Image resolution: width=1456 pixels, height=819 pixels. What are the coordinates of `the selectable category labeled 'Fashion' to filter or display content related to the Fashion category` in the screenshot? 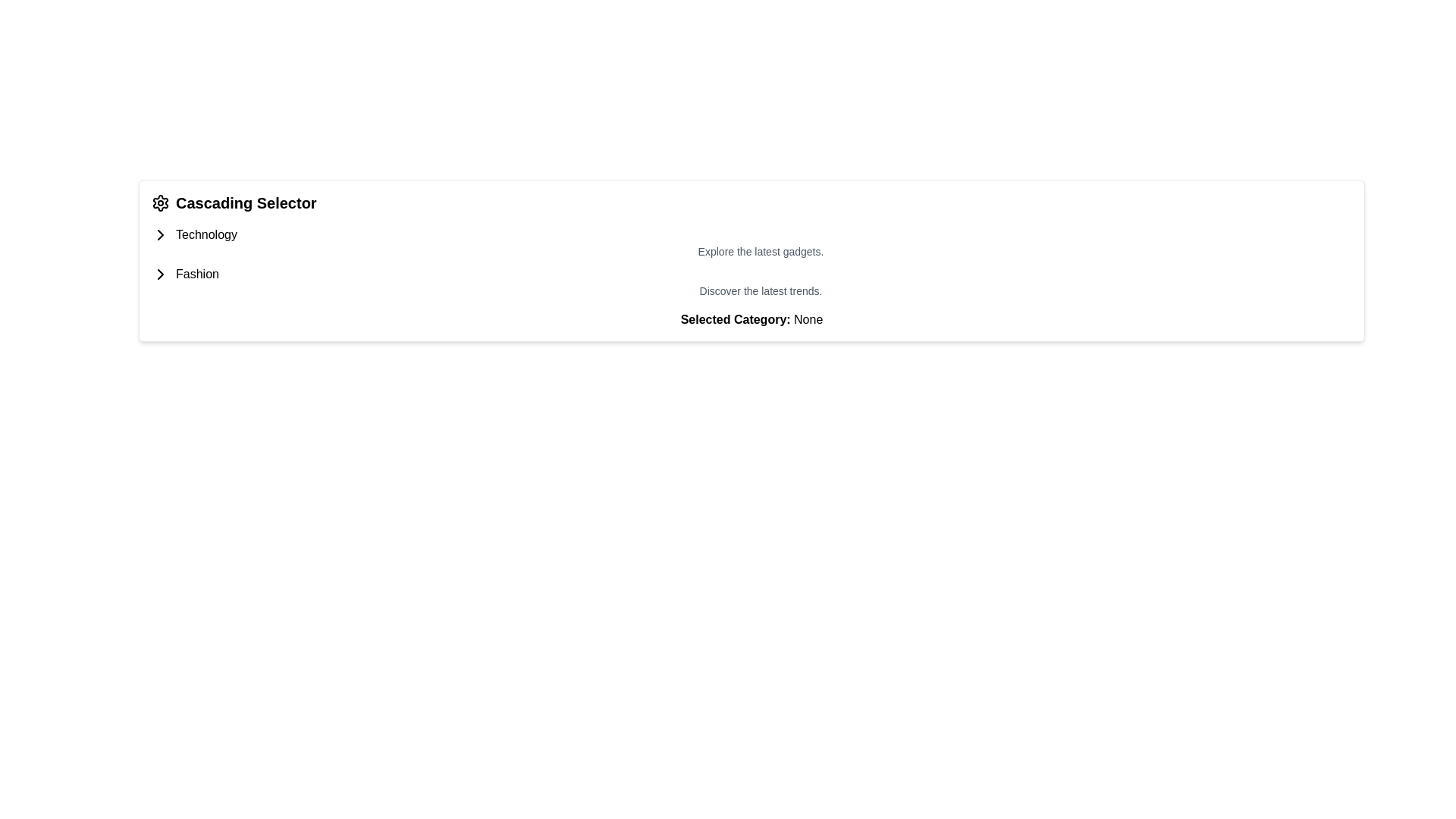 It's located at (196, 275).